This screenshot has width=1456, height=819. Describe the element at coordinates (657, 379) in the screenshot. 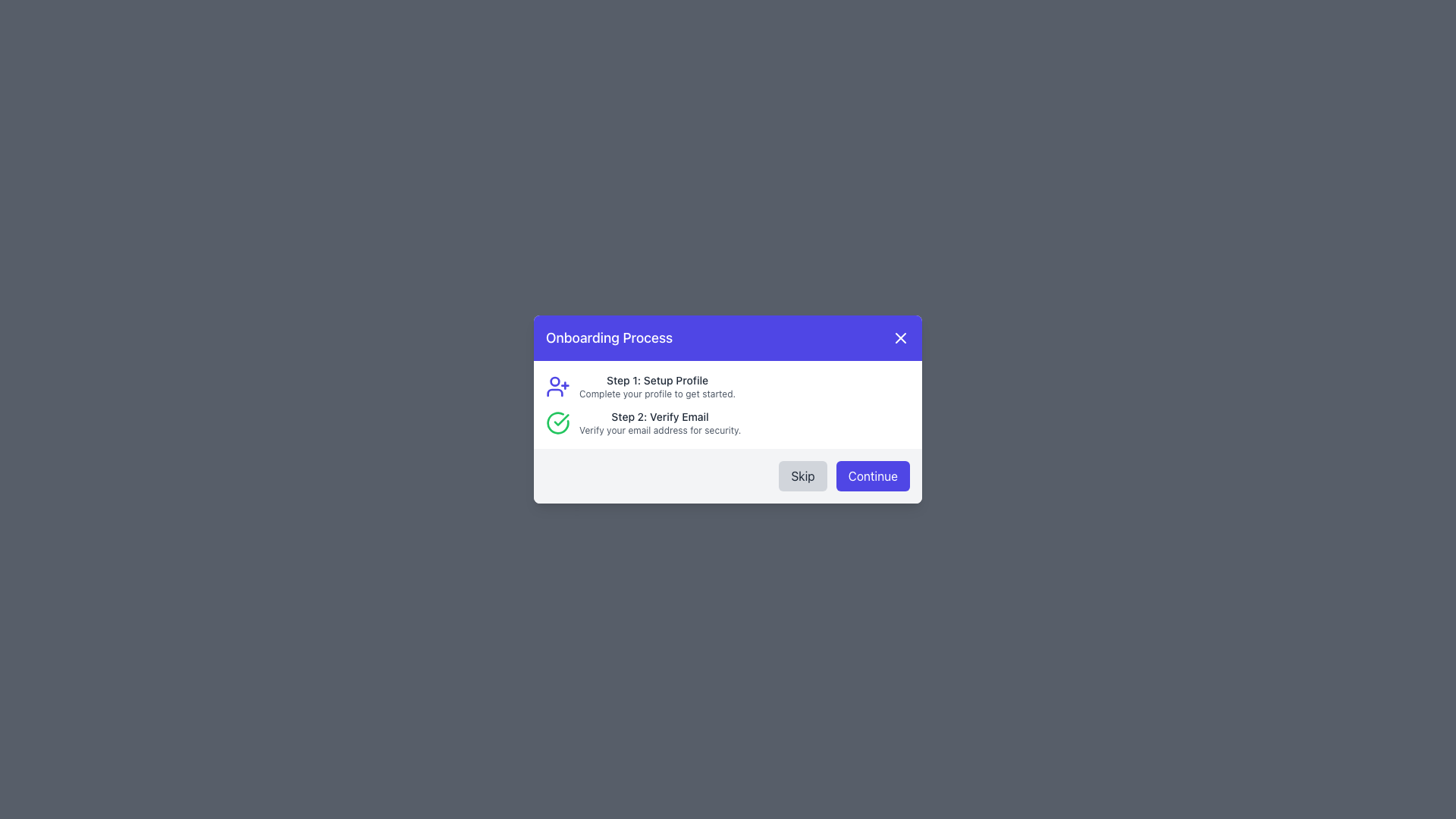

I see `the Text Label indicating the first step in the onboarding process, located in the top-left quadrant of the modal dialog titled 'Onboarding Process'` at that location.